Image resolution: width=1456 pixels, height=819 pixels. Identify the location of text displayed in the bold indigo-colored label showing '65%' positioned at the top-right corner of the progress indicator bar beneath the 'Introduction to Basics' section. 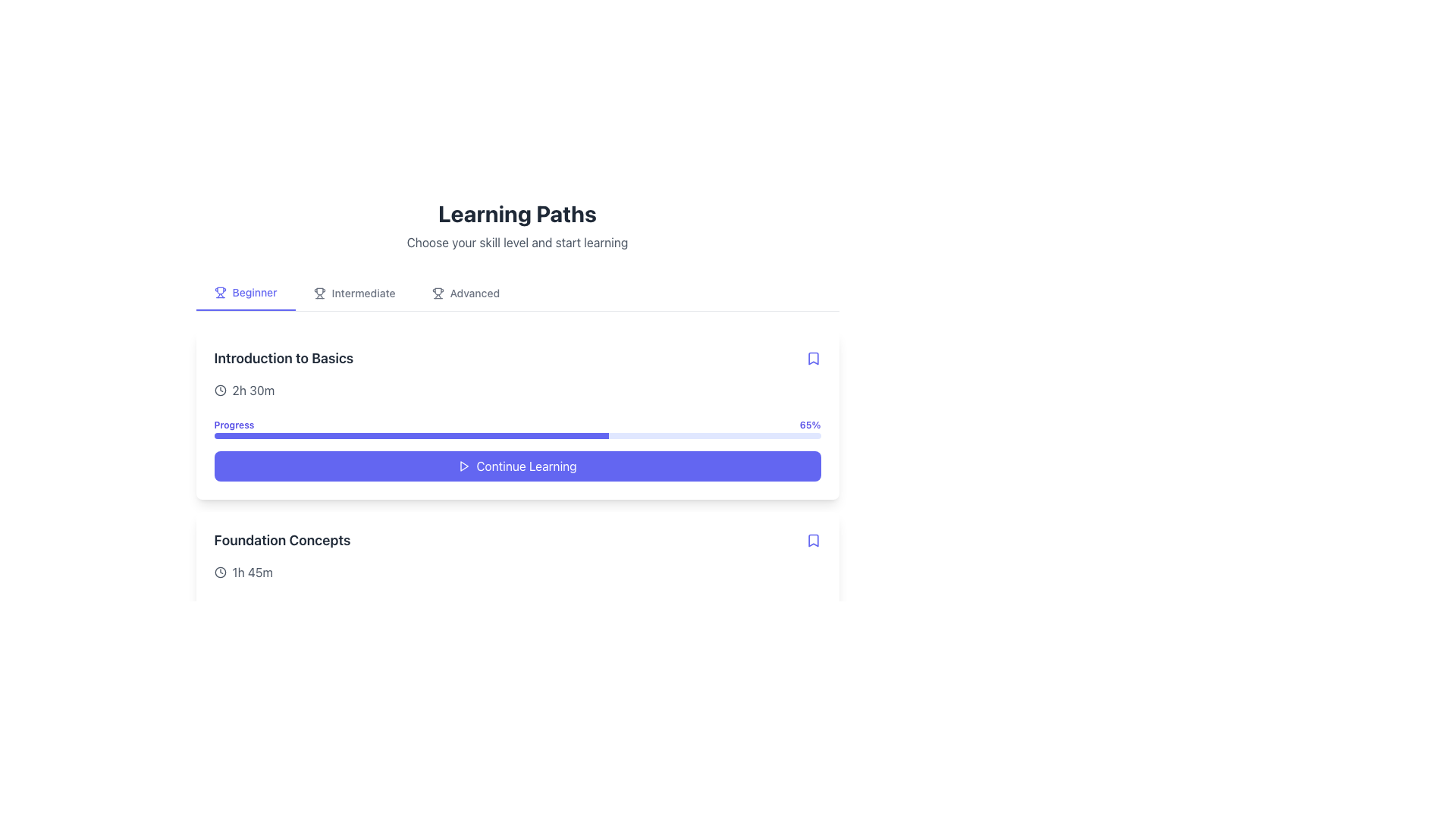
(809, 425).